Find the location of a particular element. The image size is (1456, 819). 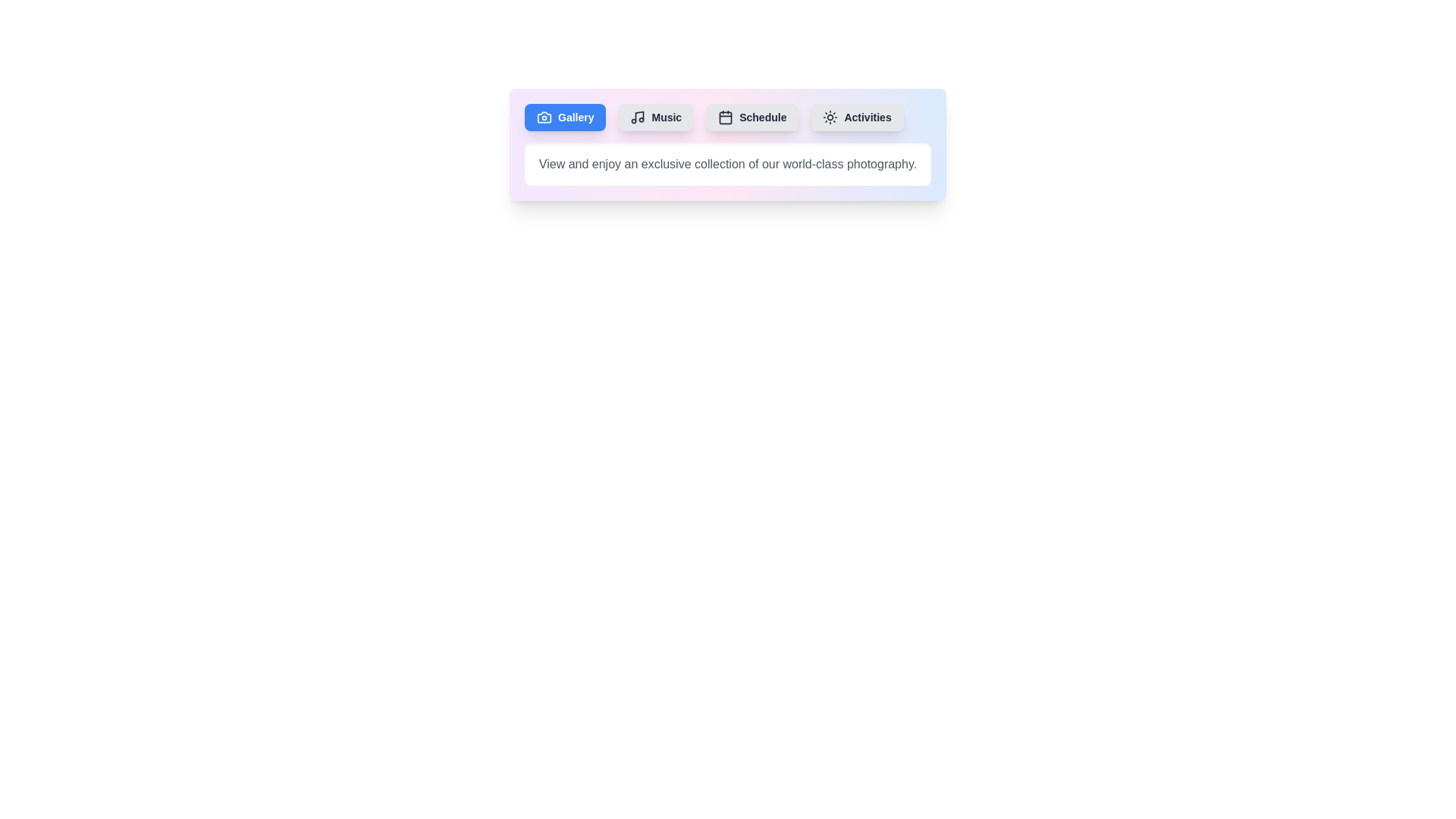

the tab labeled Music is located at coordinates (656, 116).